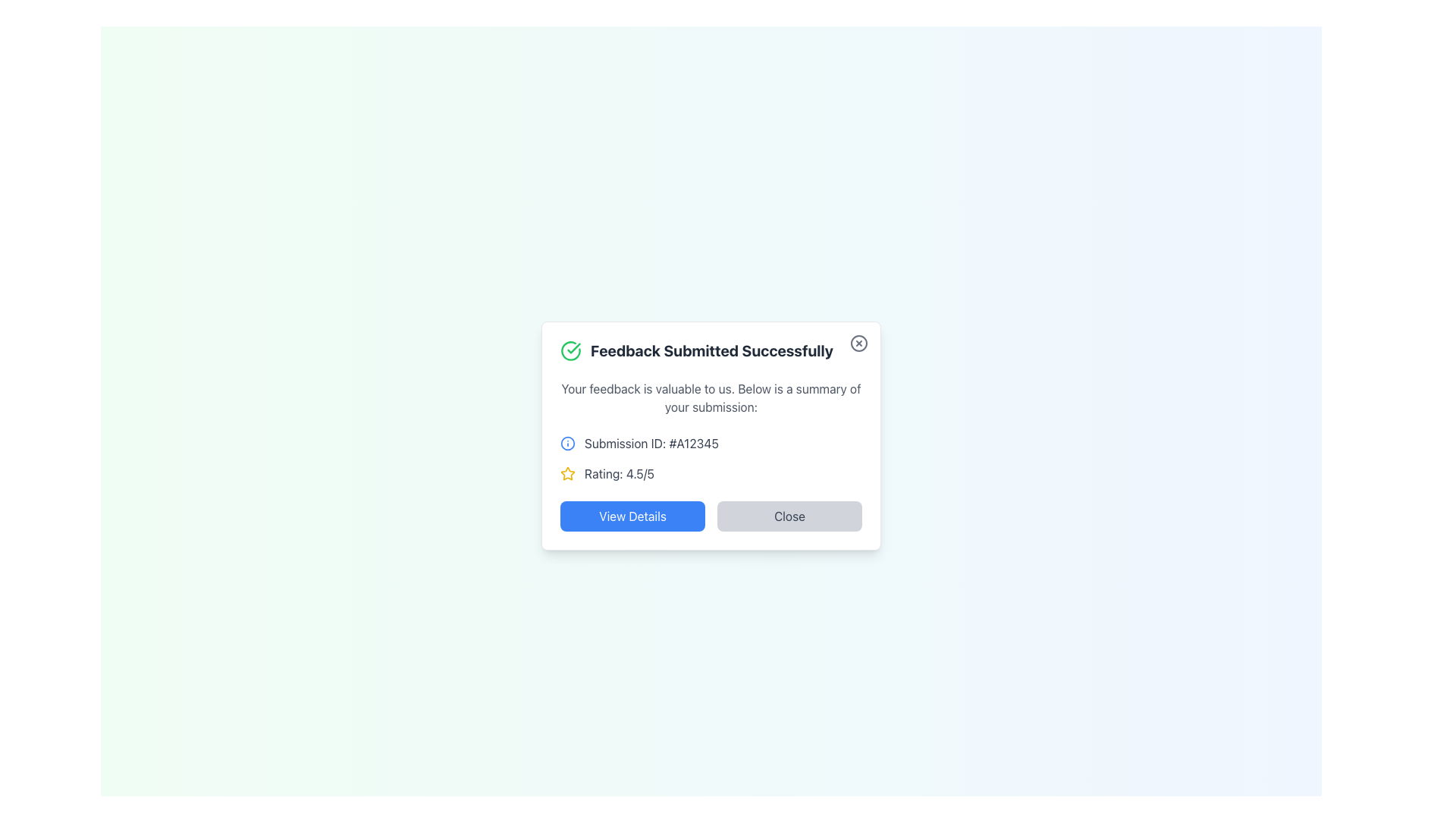  I want to click on star icon representing the rating value located in the modal dialog box next to the text 'Rating: 4.5/5', so click(566, 472).